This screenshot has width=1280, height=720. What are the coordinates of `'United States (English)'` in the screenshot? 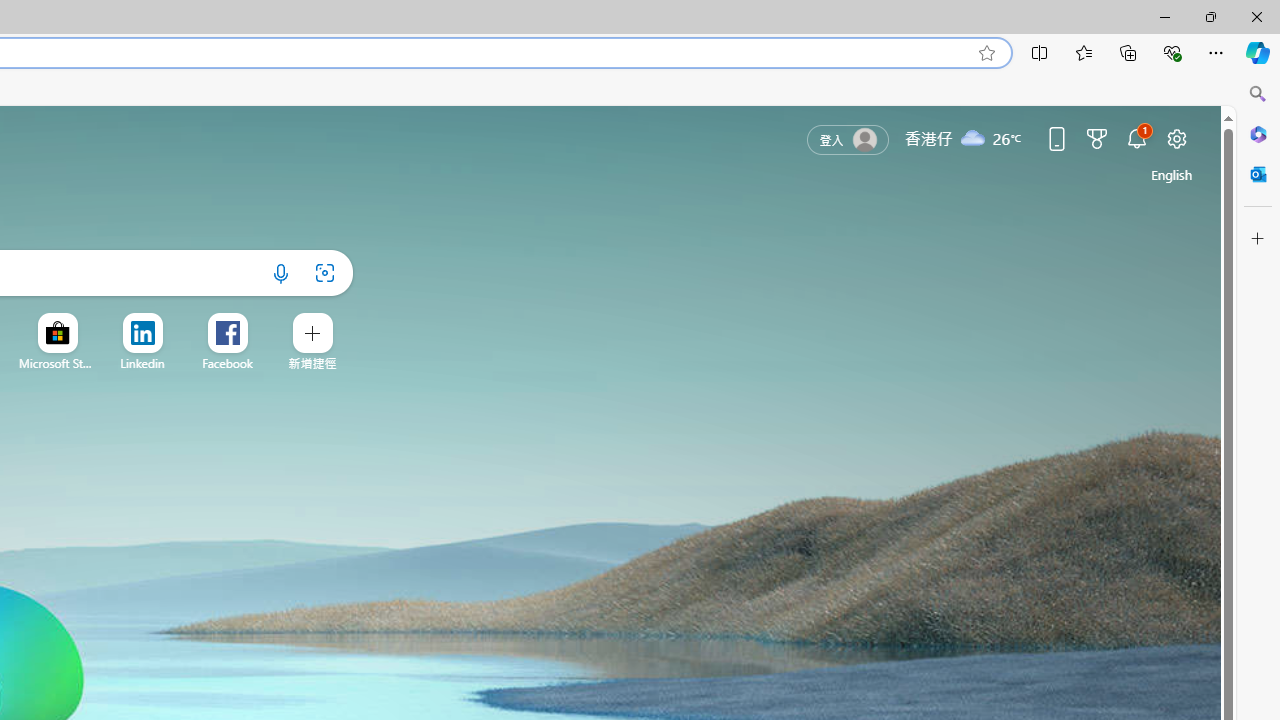 It's located at (1171, 173).